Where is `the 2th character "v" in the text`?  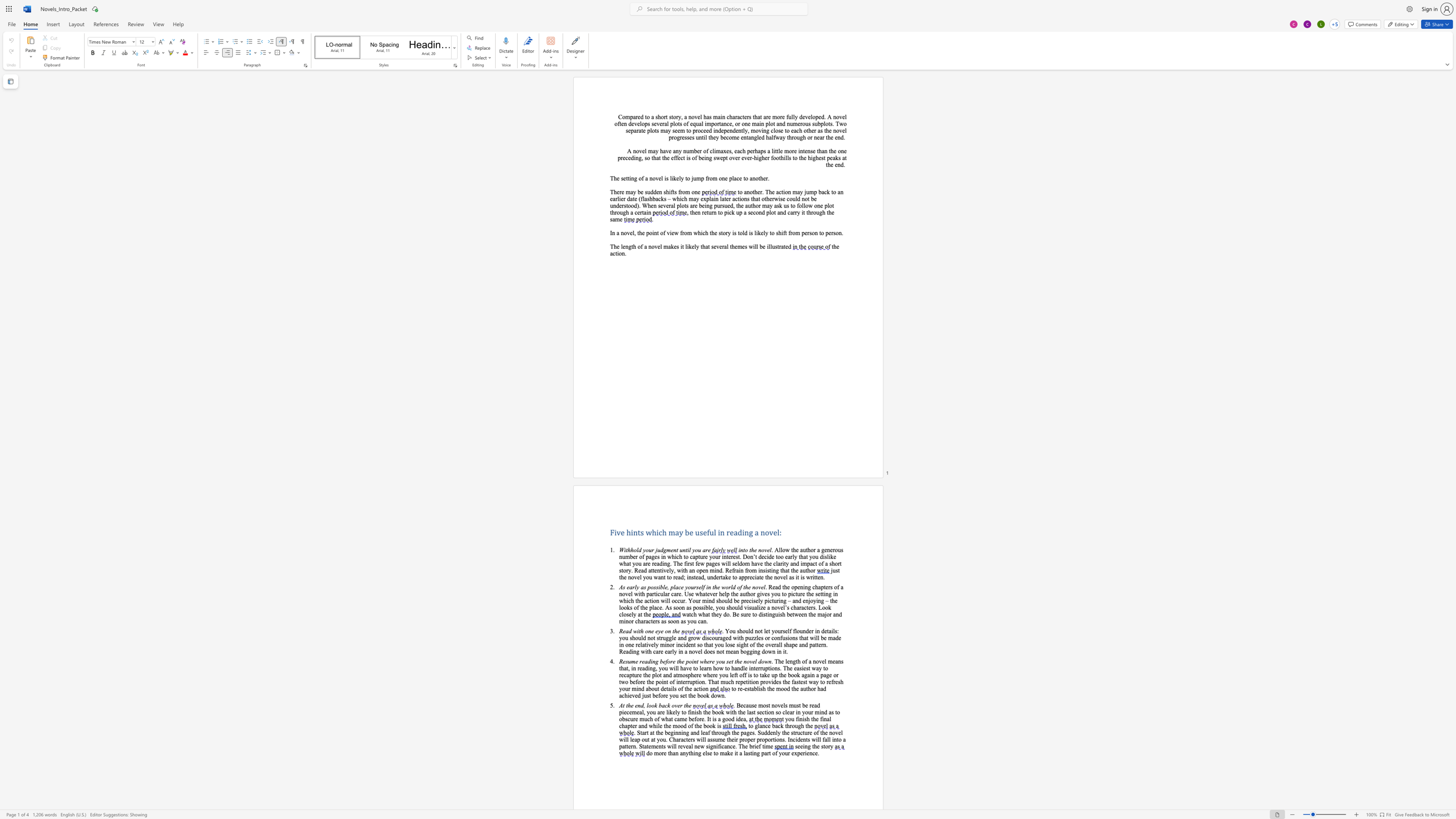
the 2th character "v" in the text is located at coordinates (771, 532).